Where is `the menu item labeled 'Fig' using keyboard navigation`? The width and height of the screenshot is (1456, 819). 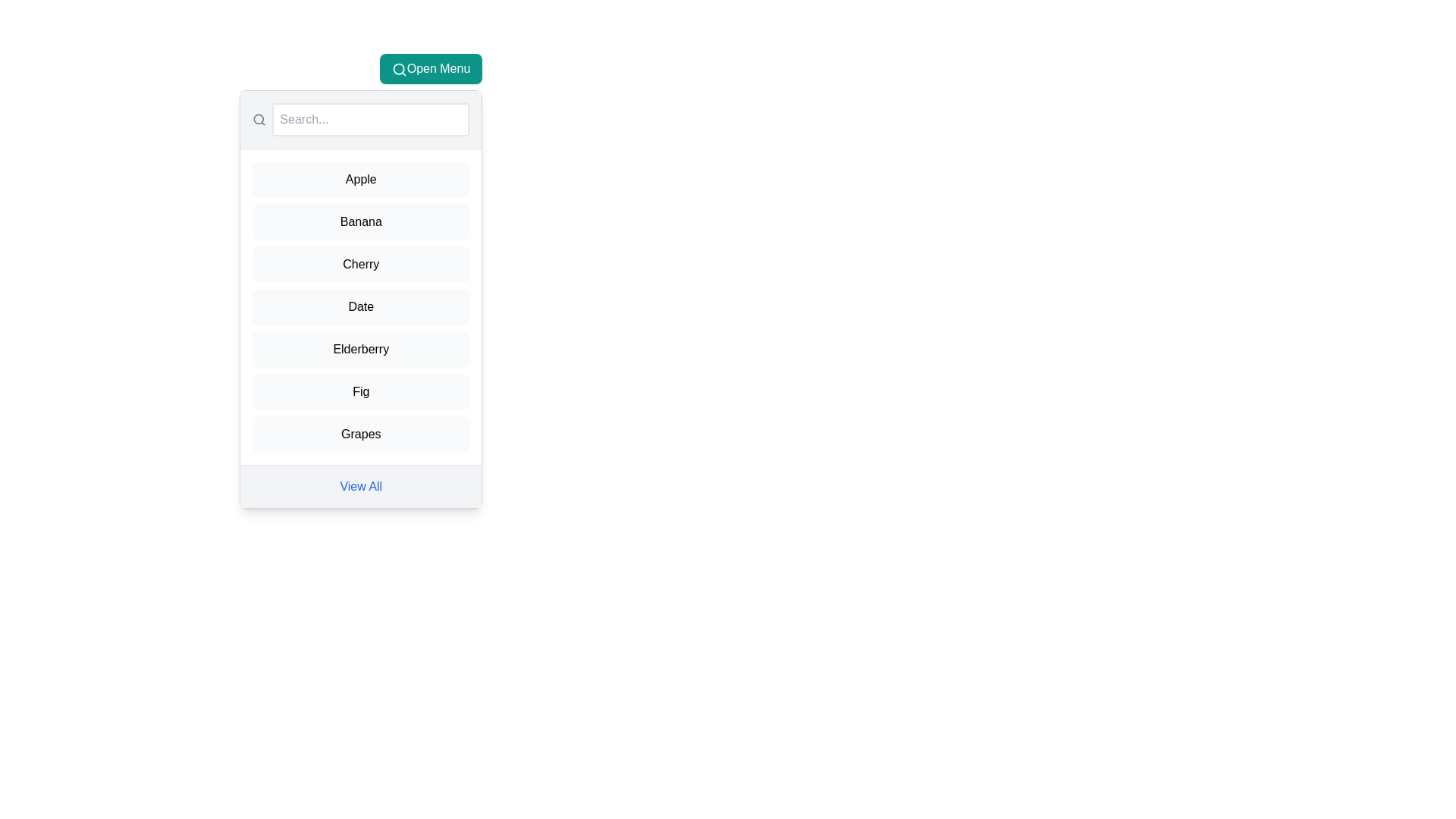
the menu item labeled 'Fig' using keyboard navigation is located at coordinates (360, 391).